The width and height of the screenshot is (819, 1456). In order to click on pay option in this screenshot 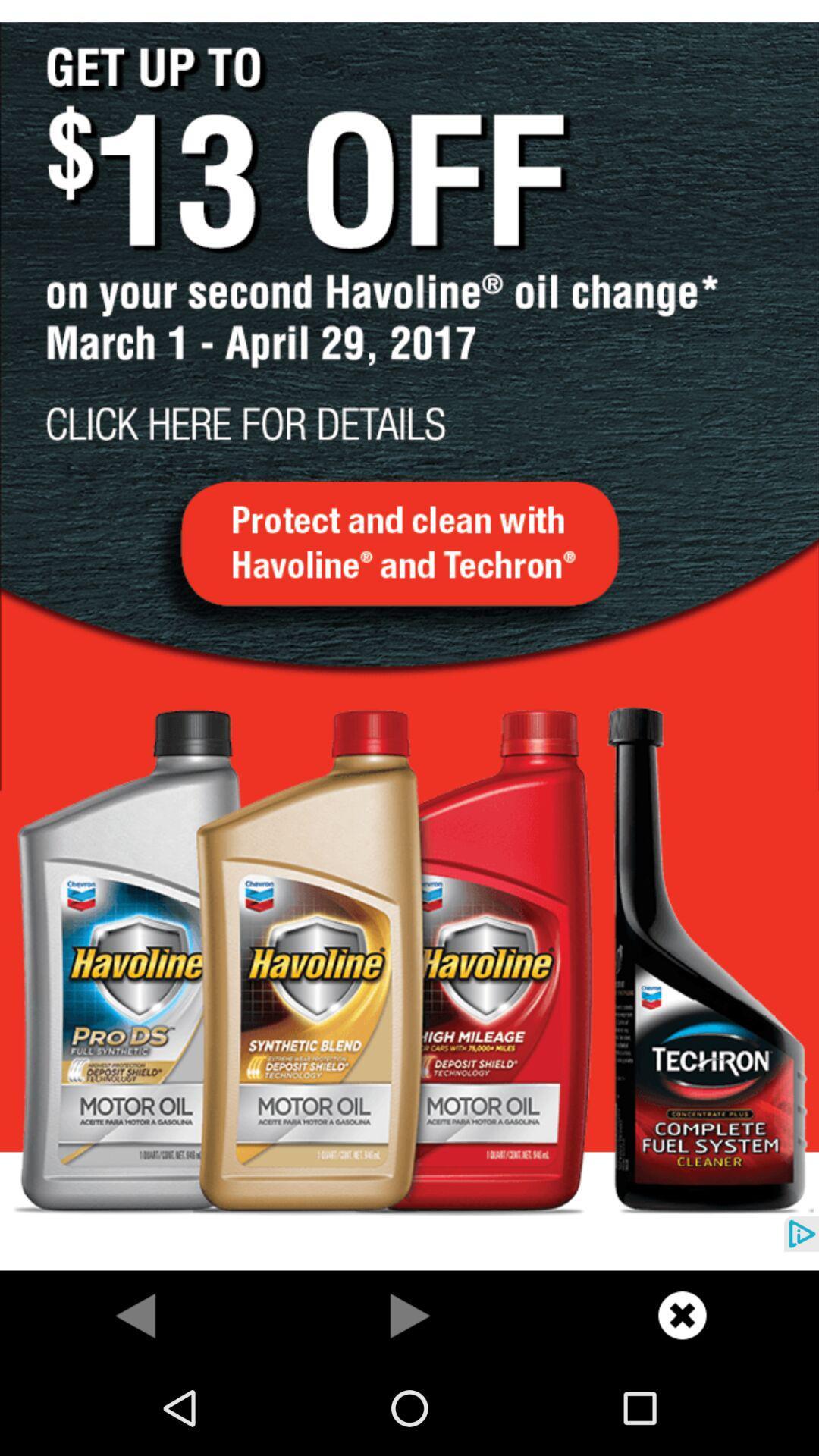, I will do `click(409, 1314)`.